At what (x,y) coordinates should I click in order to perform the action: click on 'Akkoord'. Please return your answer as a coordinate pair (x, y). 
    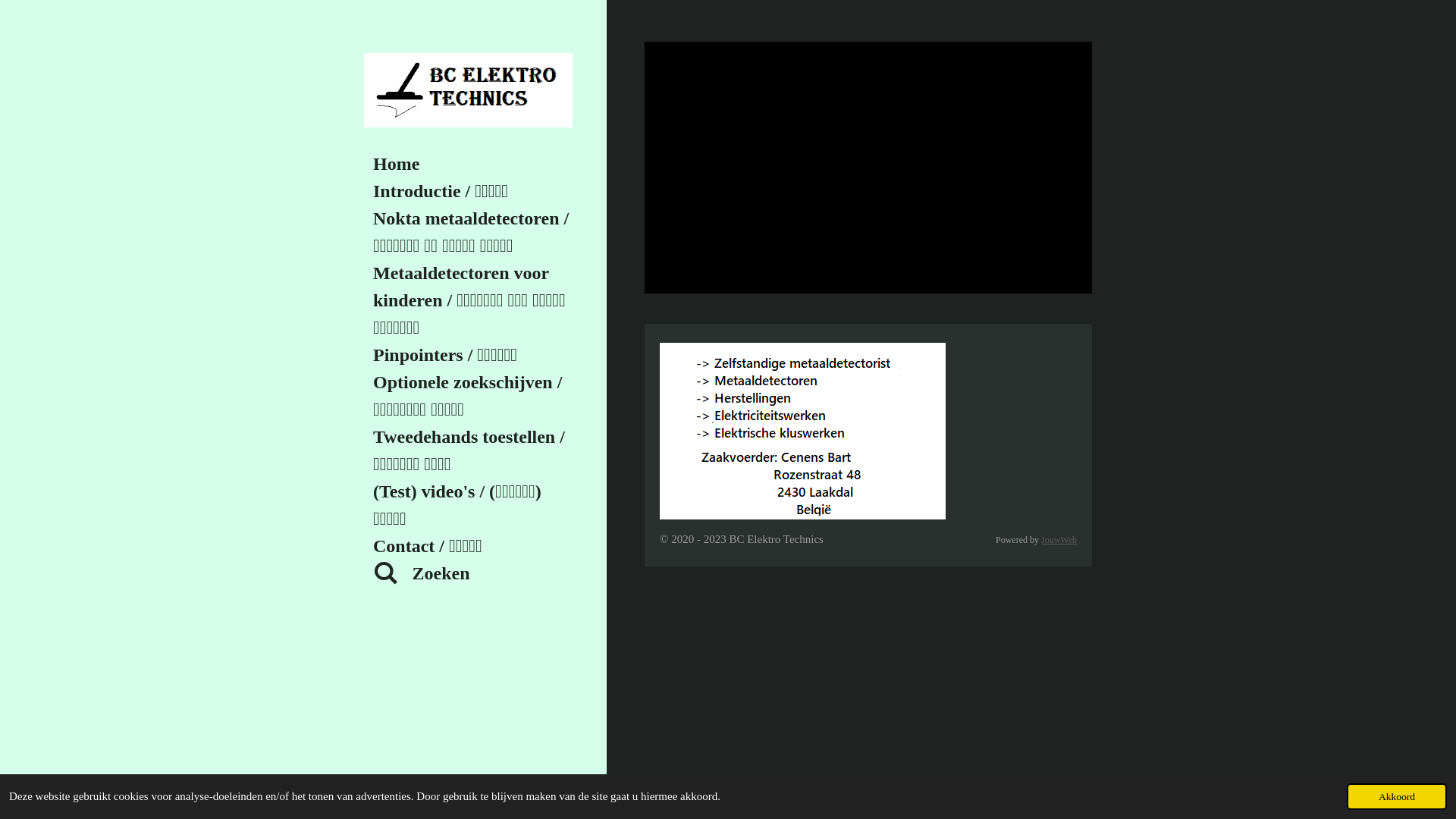
    Looking at the image, I should click on (1396, 795).